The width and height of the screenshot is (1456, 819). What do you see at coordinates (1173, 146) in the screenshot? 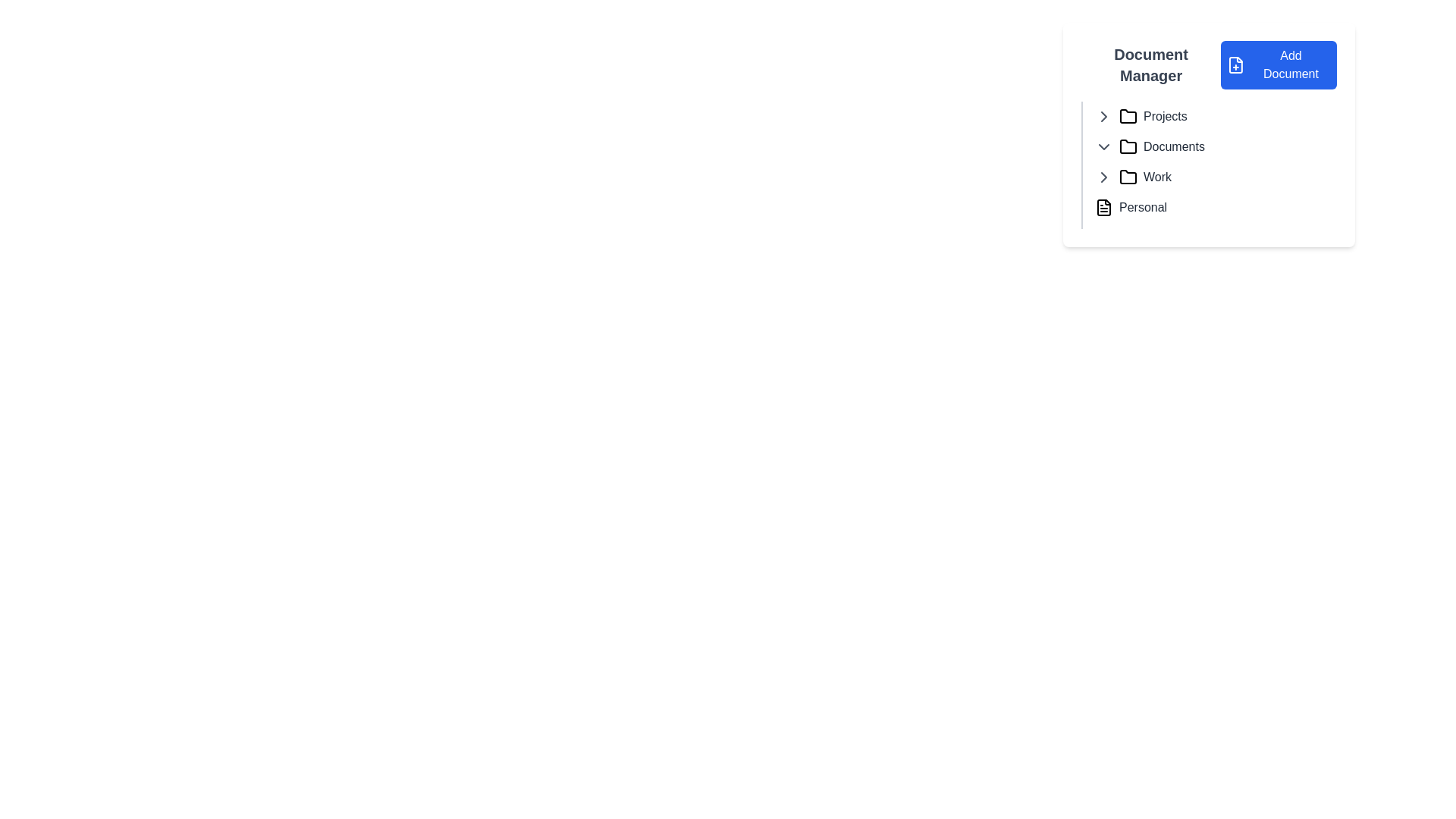
I see `the 'Documents' text label in the file manager interface` at bounding box center [1173, 146].